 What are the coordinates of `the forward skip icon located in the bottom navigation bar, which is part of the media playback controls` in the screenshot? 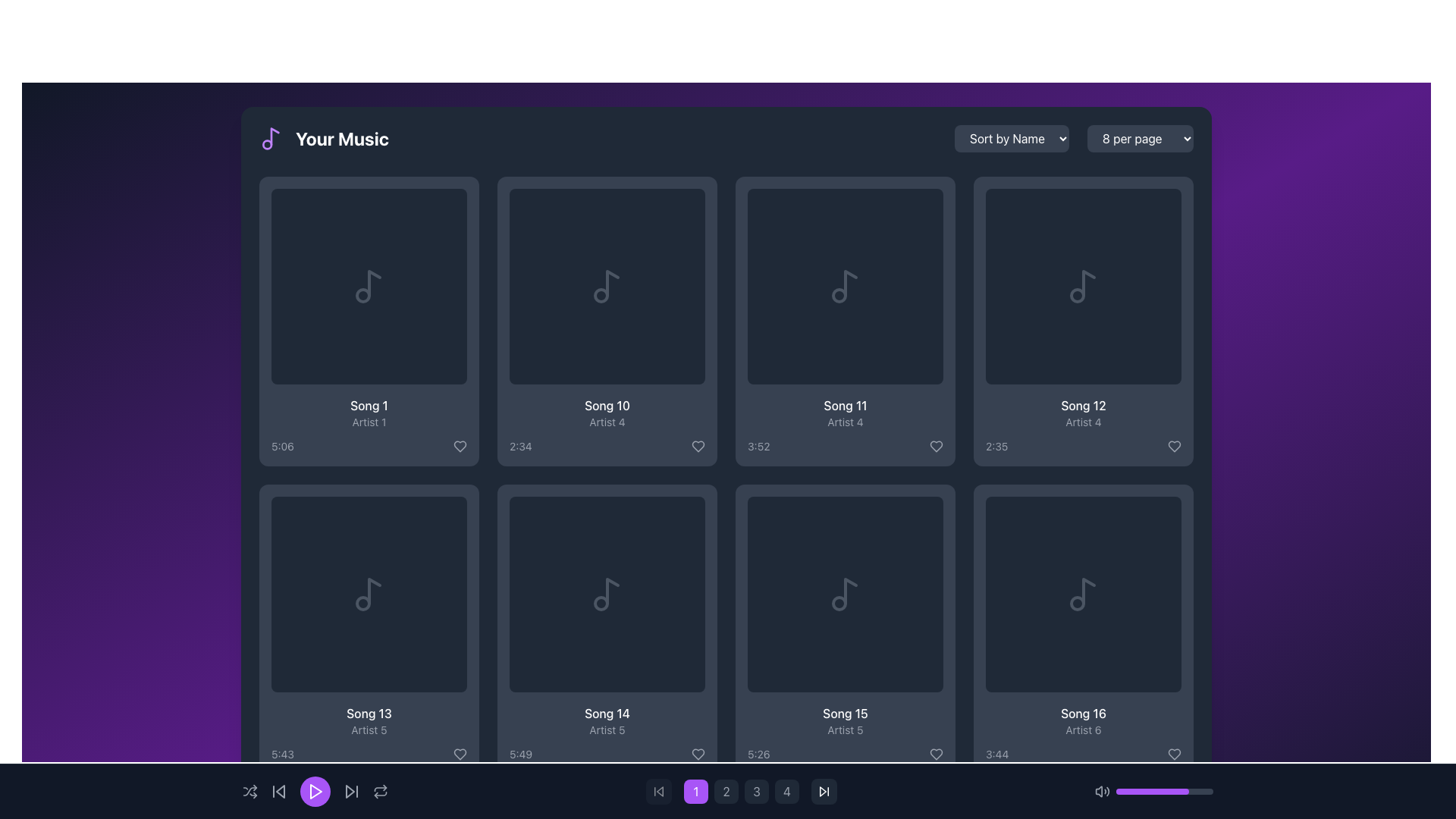 It's located at (349, 791).